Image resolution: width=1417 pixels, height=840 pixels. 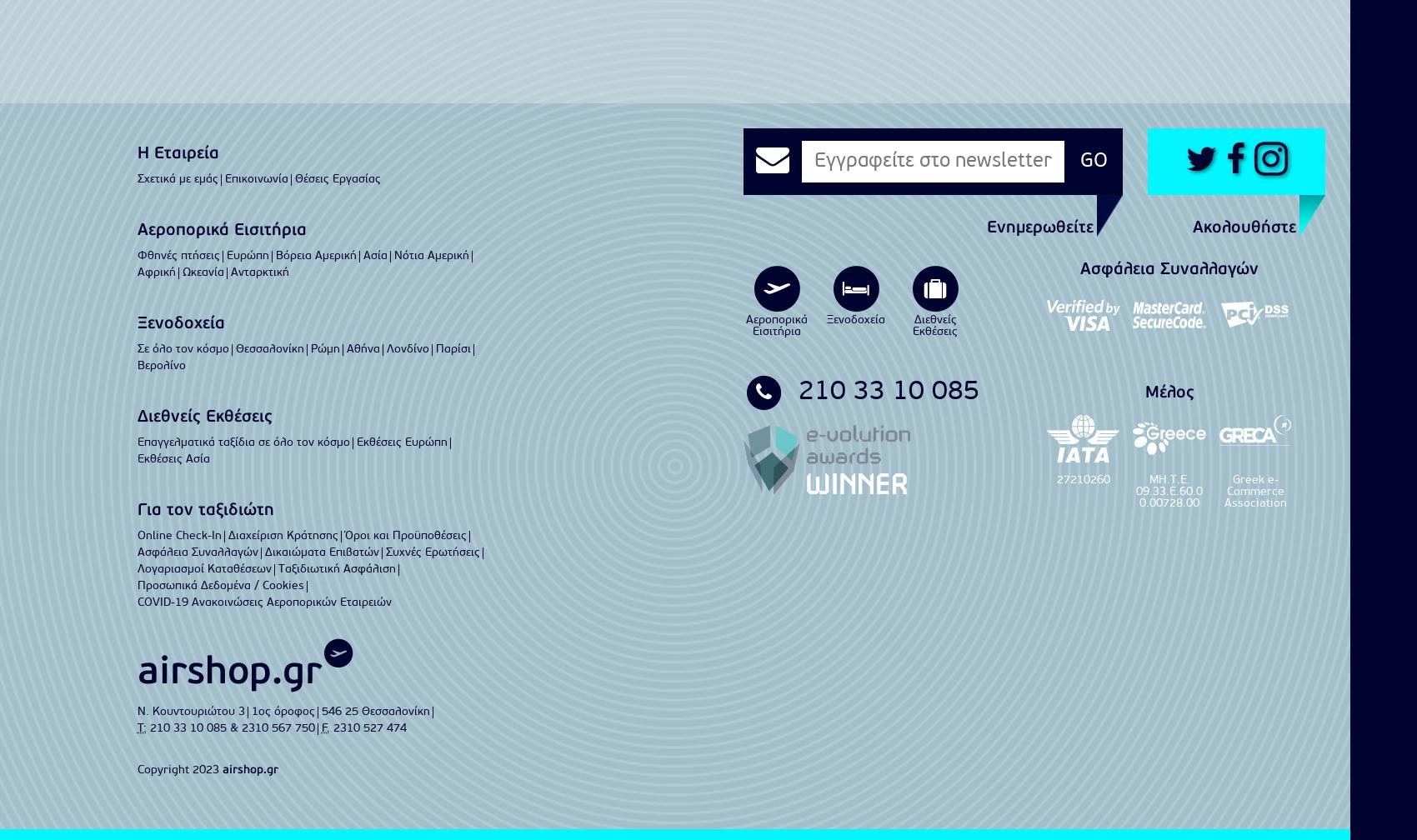 What do you see at coordinates (190, 711) in the screenshot?
I see `'Ν. Κουντουριώτου 3'` at bounding box center [190, 711].